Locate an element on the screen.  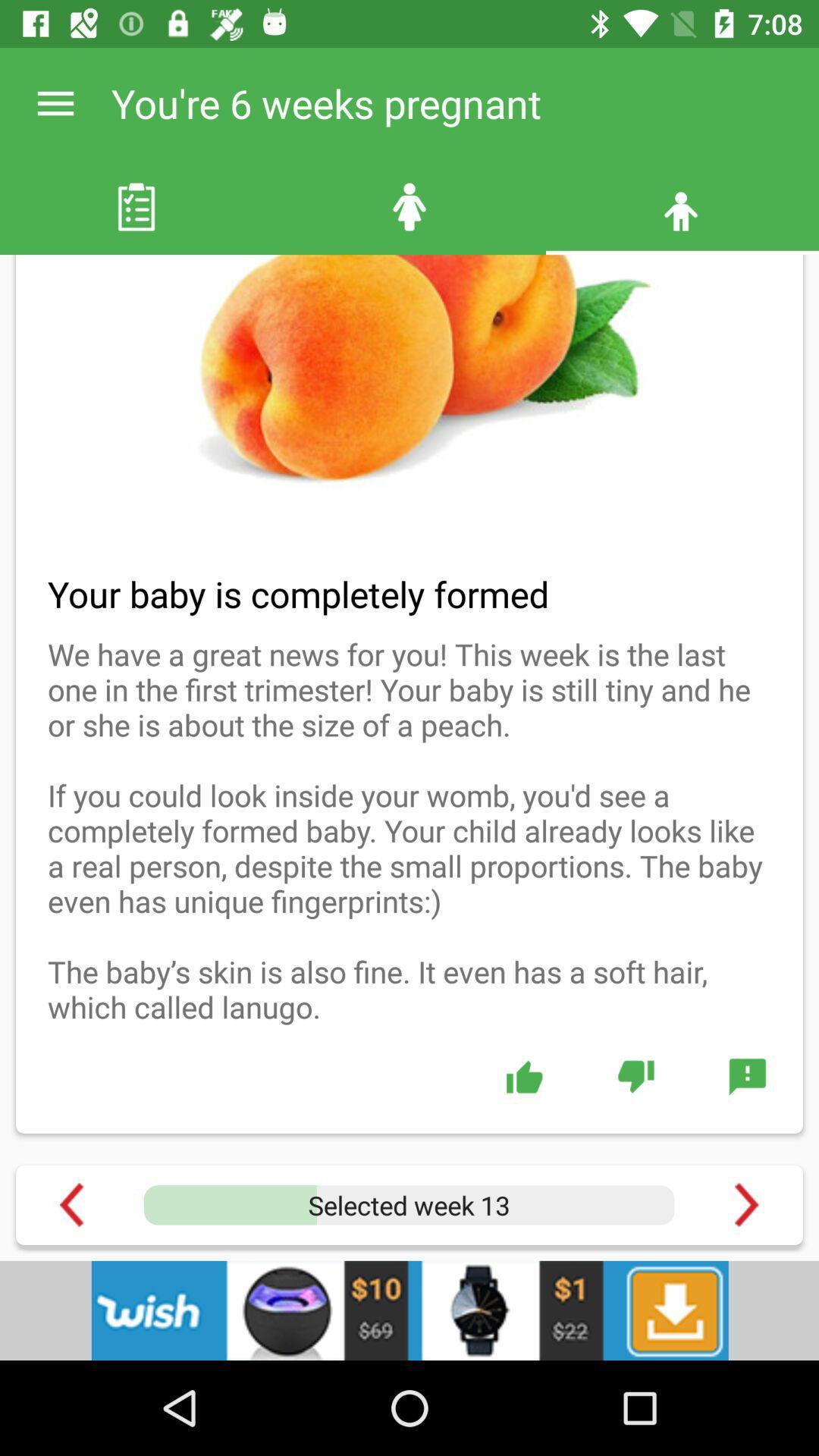
go back is located at coordinates (71, 1204).